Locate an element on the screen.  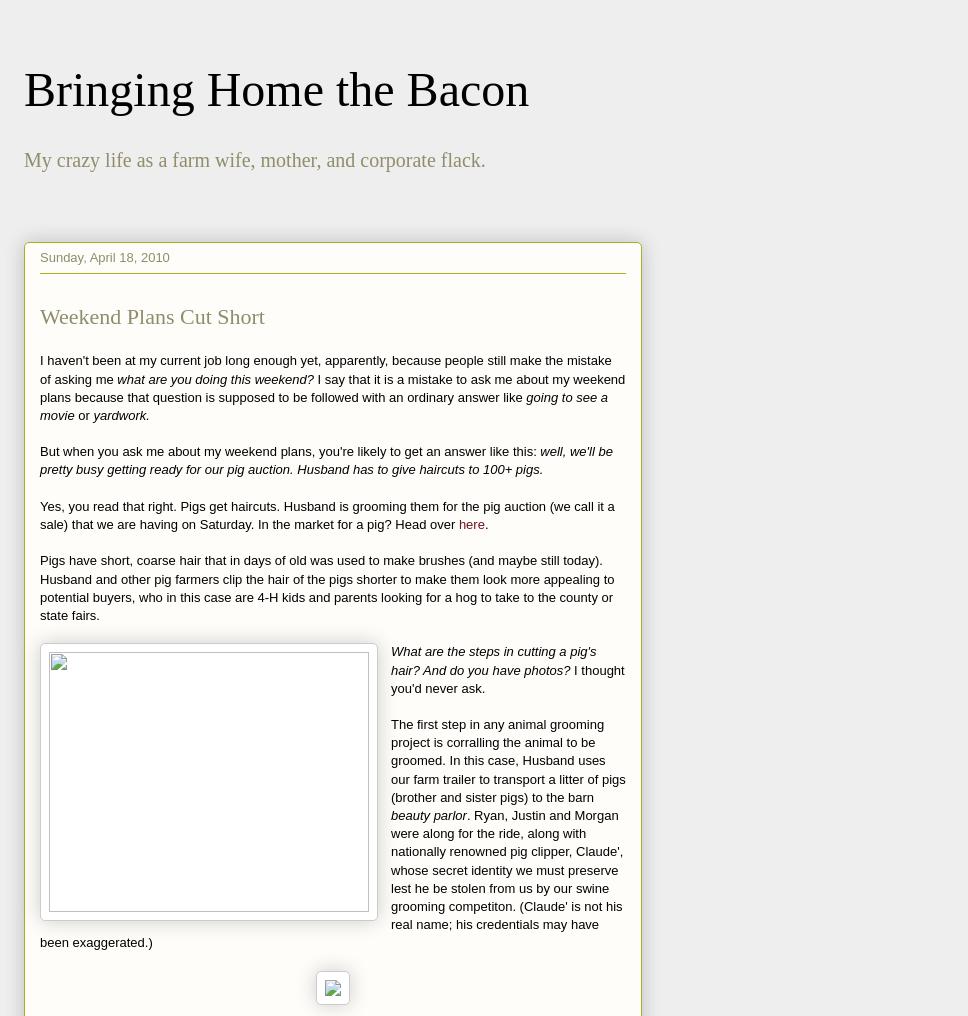
'Pigs have short, coarse hair that in days of old was used to make brushes (and maybe still today). Husband and other pig farmers clip the hair of the pigs shorter to make them look more appealing to potential buyers, who in this case are 4-H kids and parents looking for a hog to take to the county or state fairs.' is located at coordinates (39, 587).